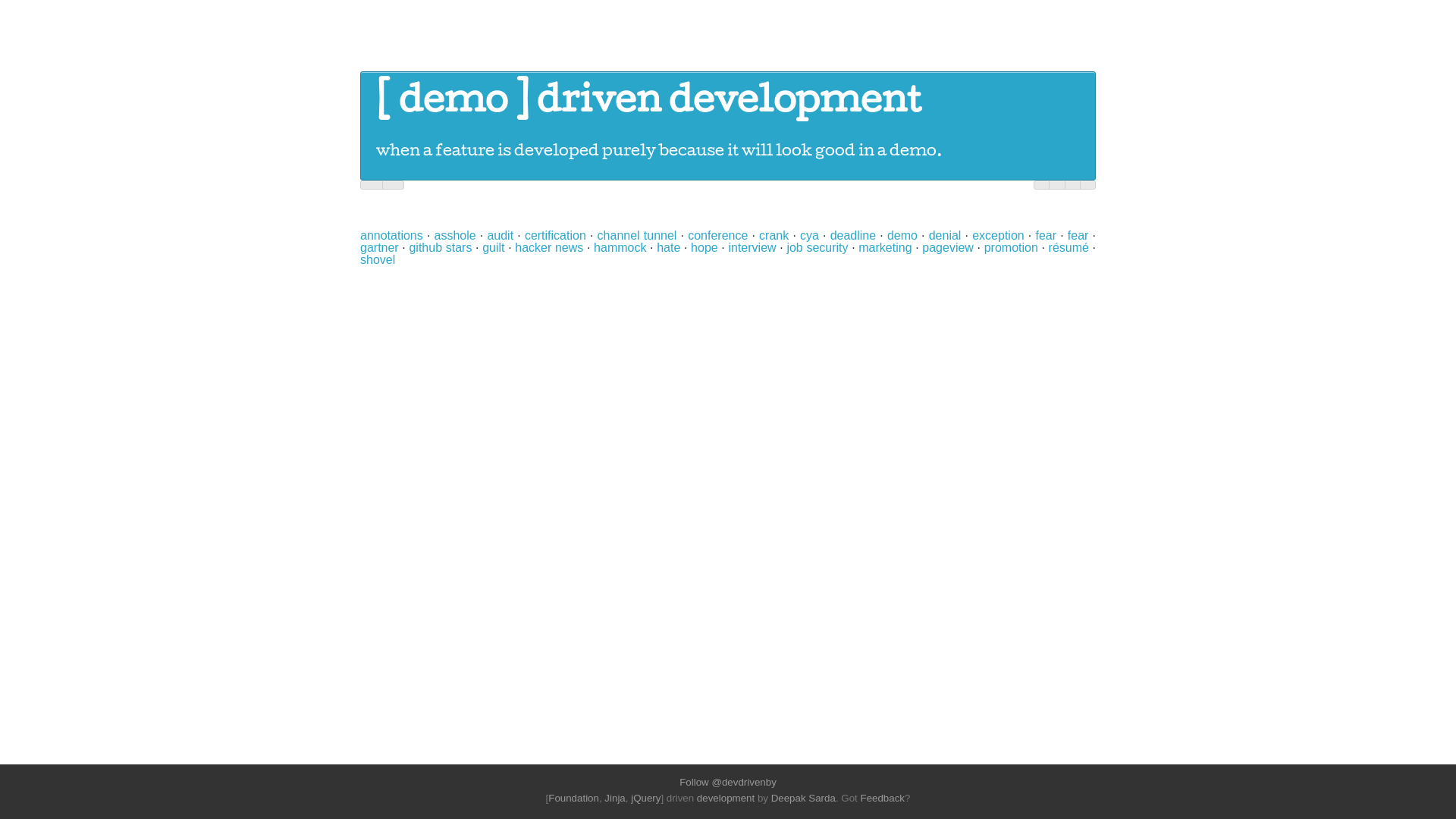 The image size is (1456, 819). Describe the element at coordinates (884, 246) in the screenshot. I see `'marketing'` at that location.